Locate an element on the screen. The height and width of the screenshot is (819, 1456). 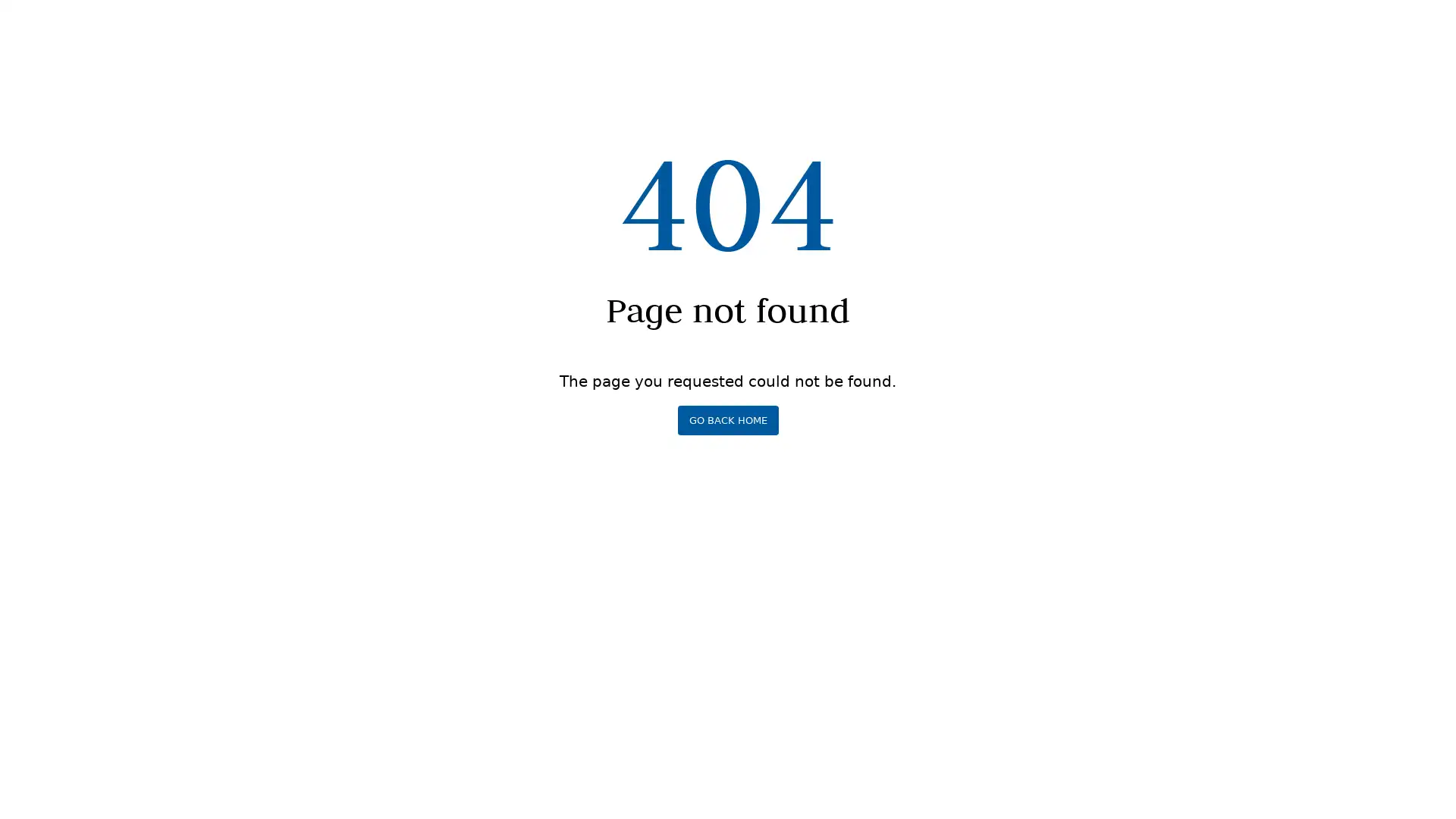
GO BACK HOME is located at coordinates (726, 419).